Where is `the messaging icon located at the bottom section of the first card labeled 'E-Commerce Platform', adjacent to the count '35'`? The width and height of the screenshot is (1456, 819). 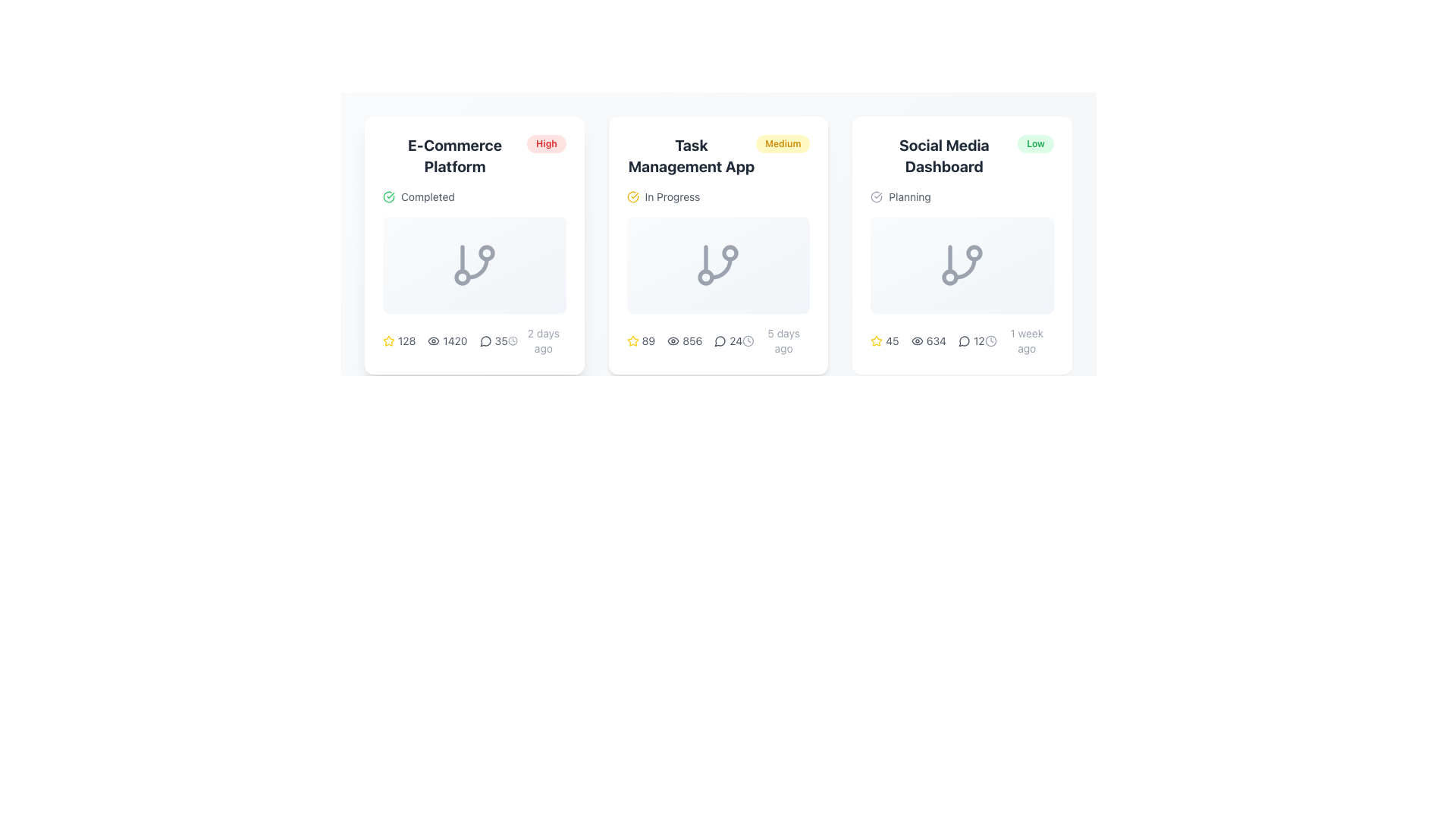
the messaging icon located at the bottom section of the first card labeled 'E-Commerce Platform', adjacent to the count '35' is located at coordinates (485, 341).